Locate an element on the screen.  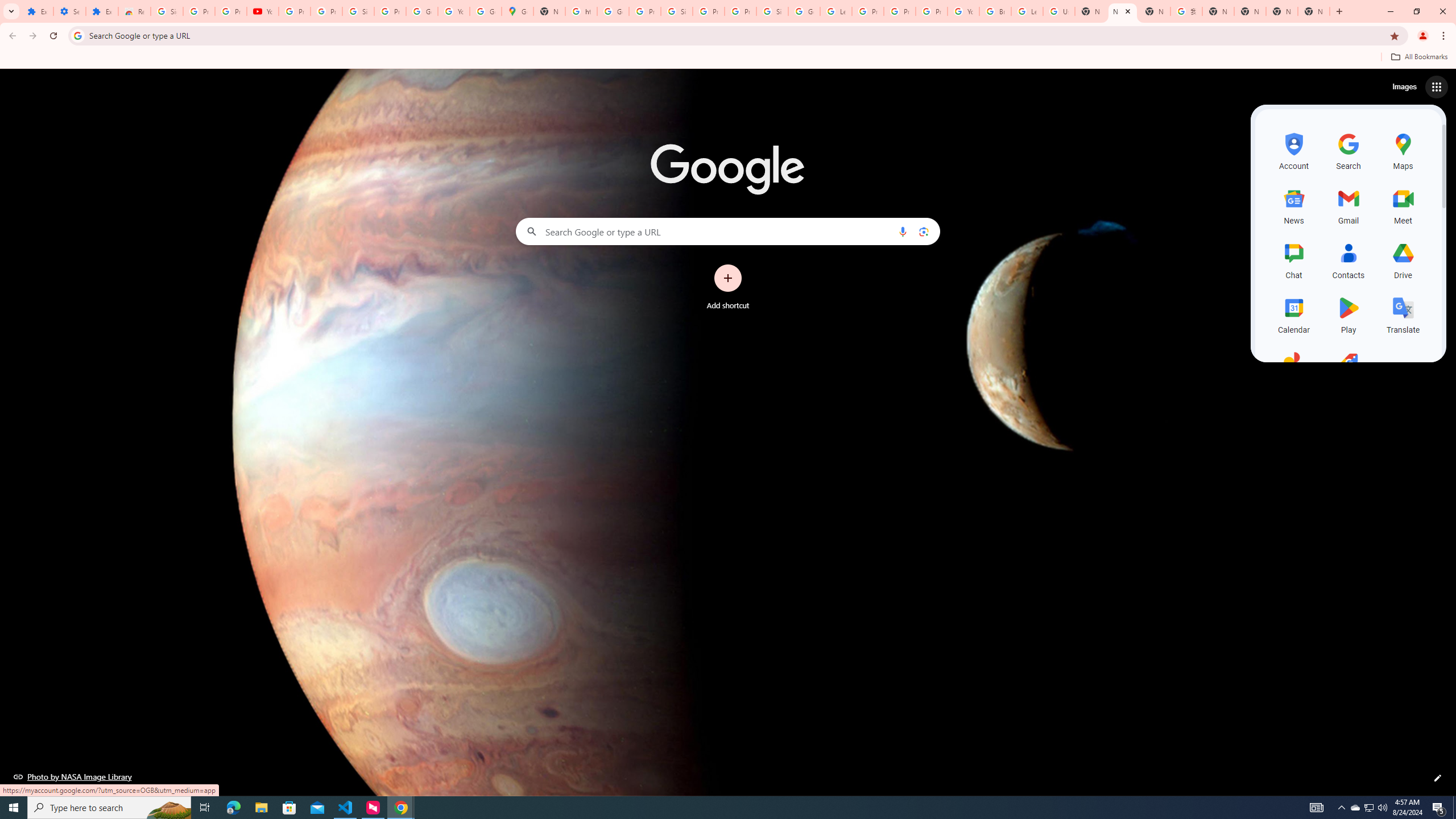
'https://scholar.google.com/' is located at coordinates (581, 11).